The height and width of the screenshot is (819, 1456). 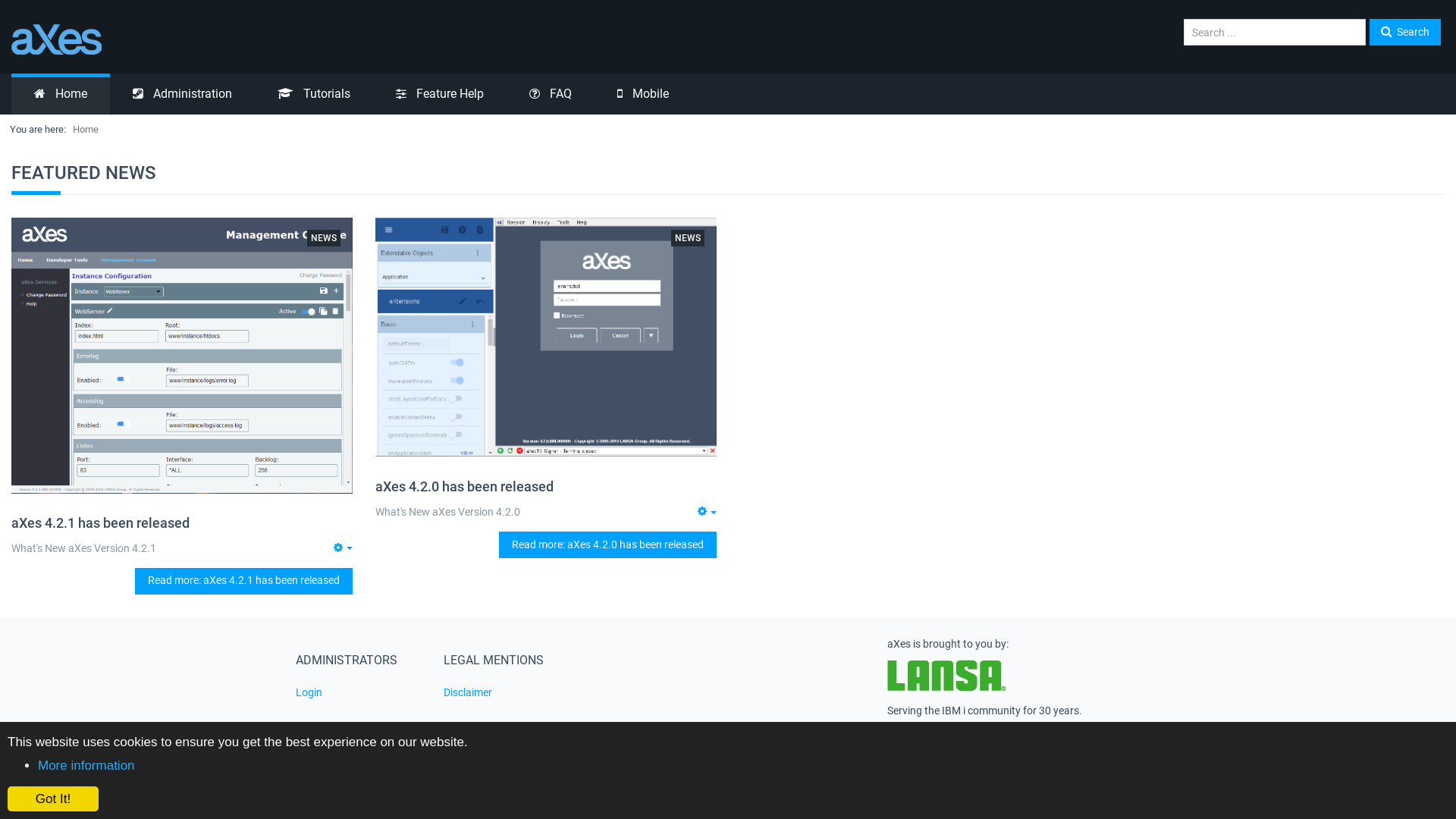 I want to click on 'Home', so click(x=61, y=93).